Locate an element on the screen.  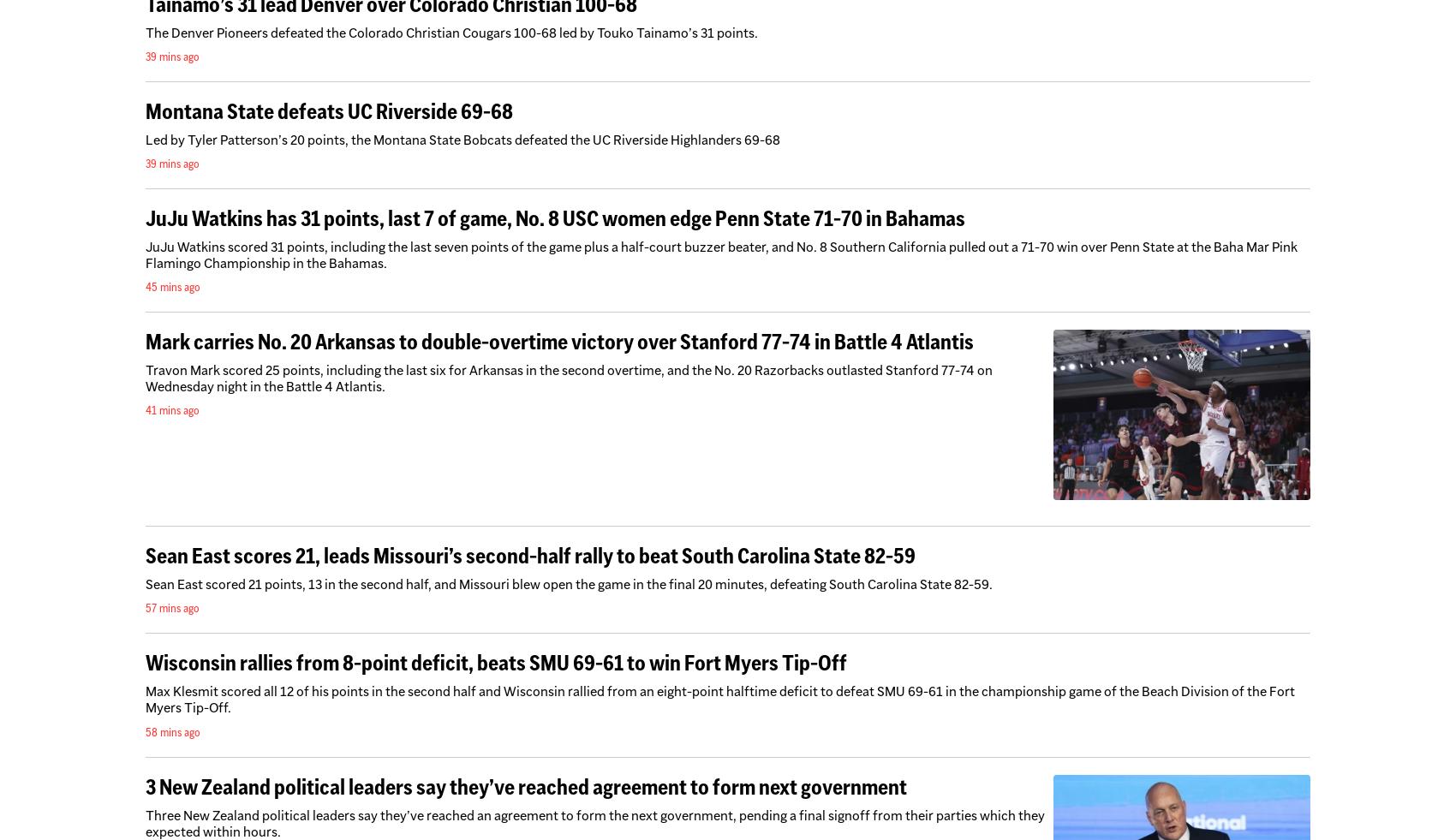
'Sean East scored 21 points, 13 in the second half, and Missouri blew open the game in the final 20 minutes, defeating South Carolina State 82-59.' is located at coordinates (145, 584).